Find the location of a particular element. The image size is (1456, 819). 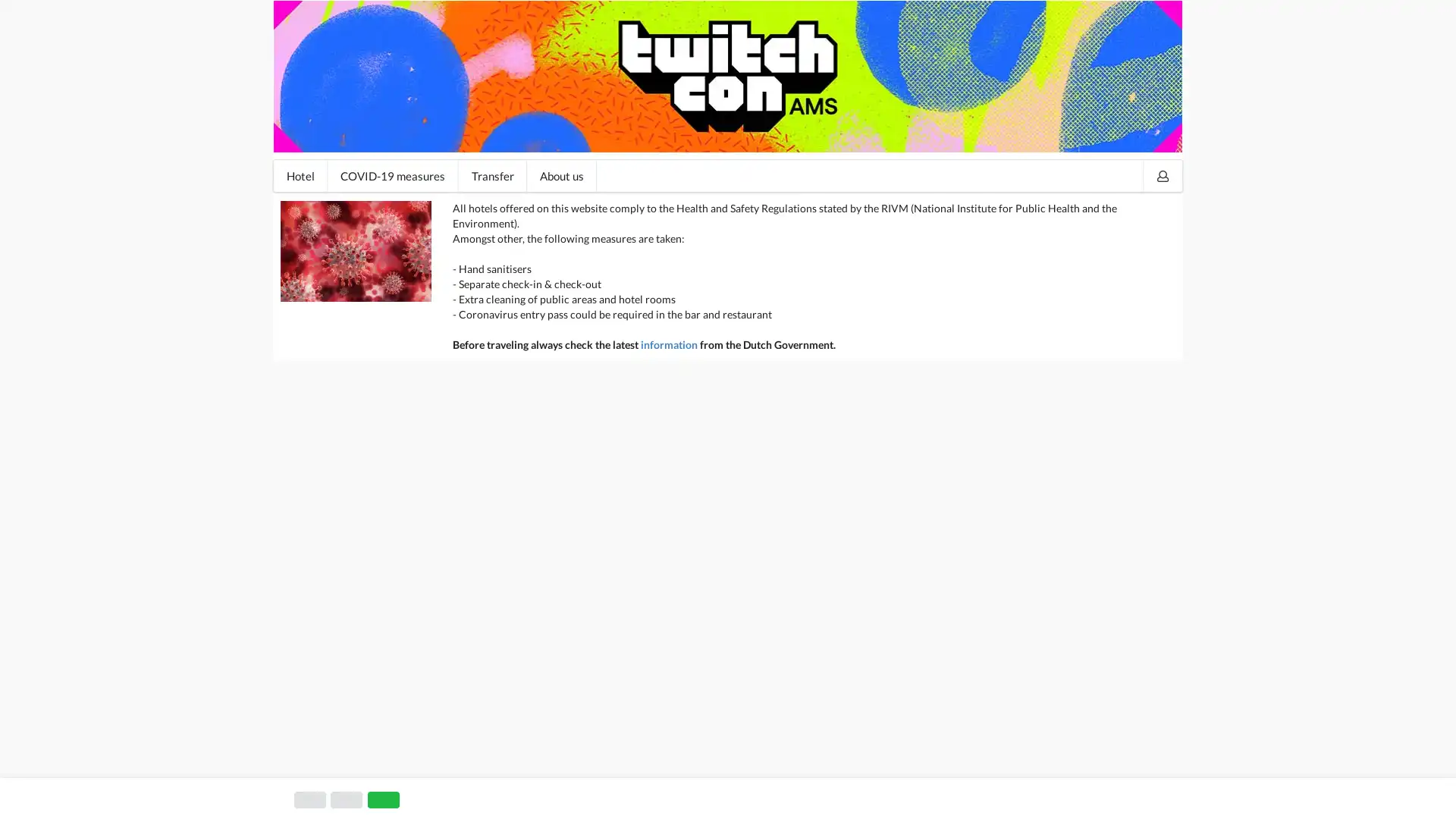

Allow All is located at coordinates (1125, 794).